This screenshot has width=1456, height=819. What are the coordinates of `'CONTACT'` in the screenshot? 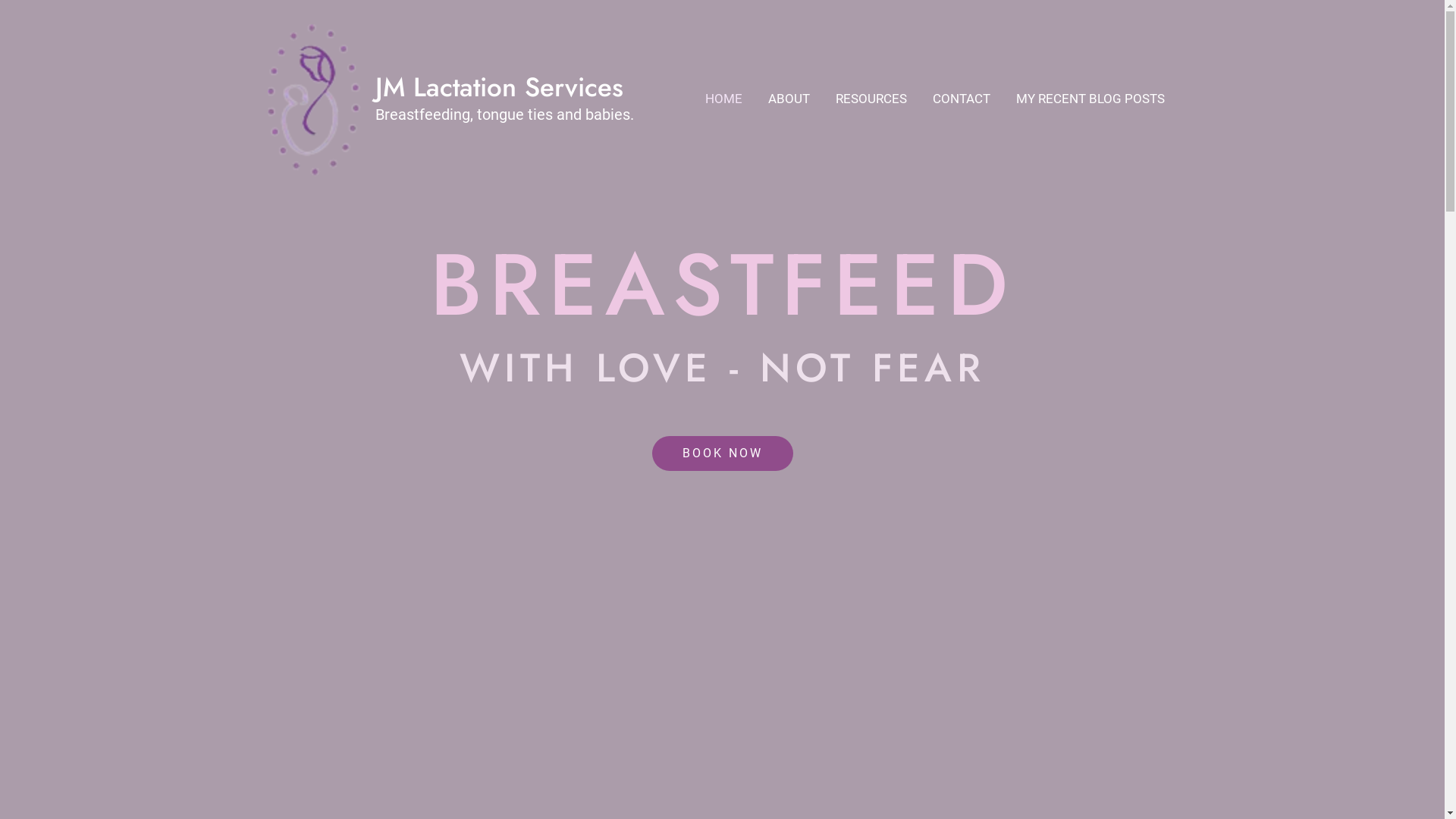 It's located at (960, 99).